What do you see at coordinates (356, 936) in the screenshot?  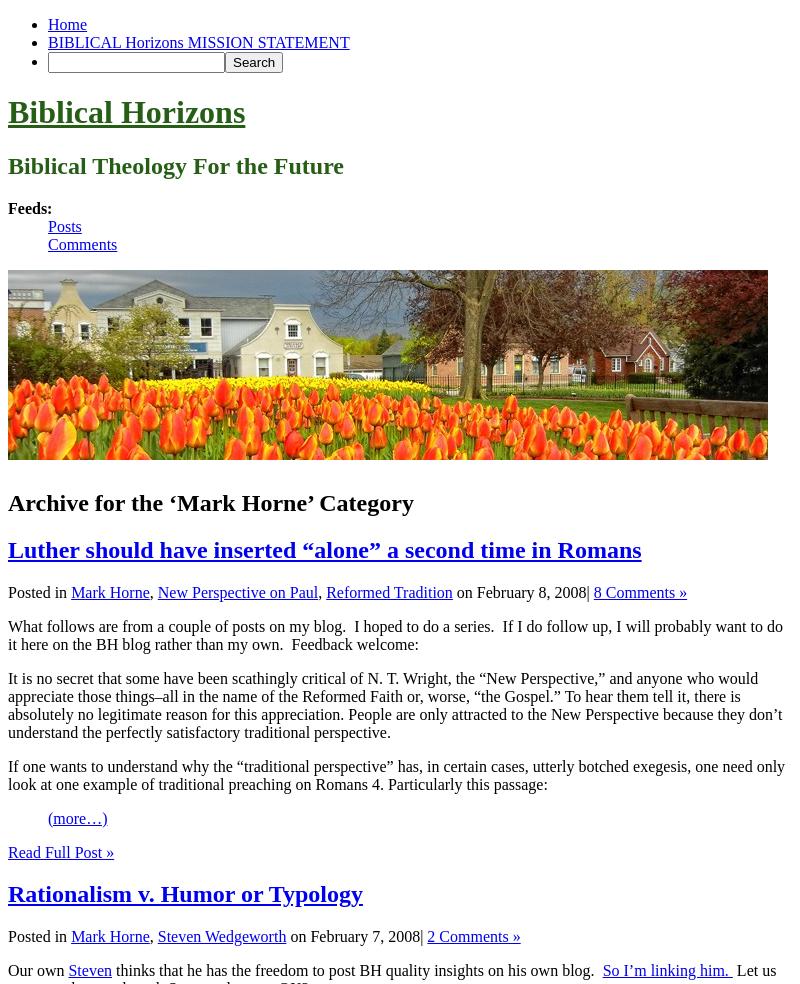 I see `'on February 7, 2008|'` at bounding box center [356, 936].